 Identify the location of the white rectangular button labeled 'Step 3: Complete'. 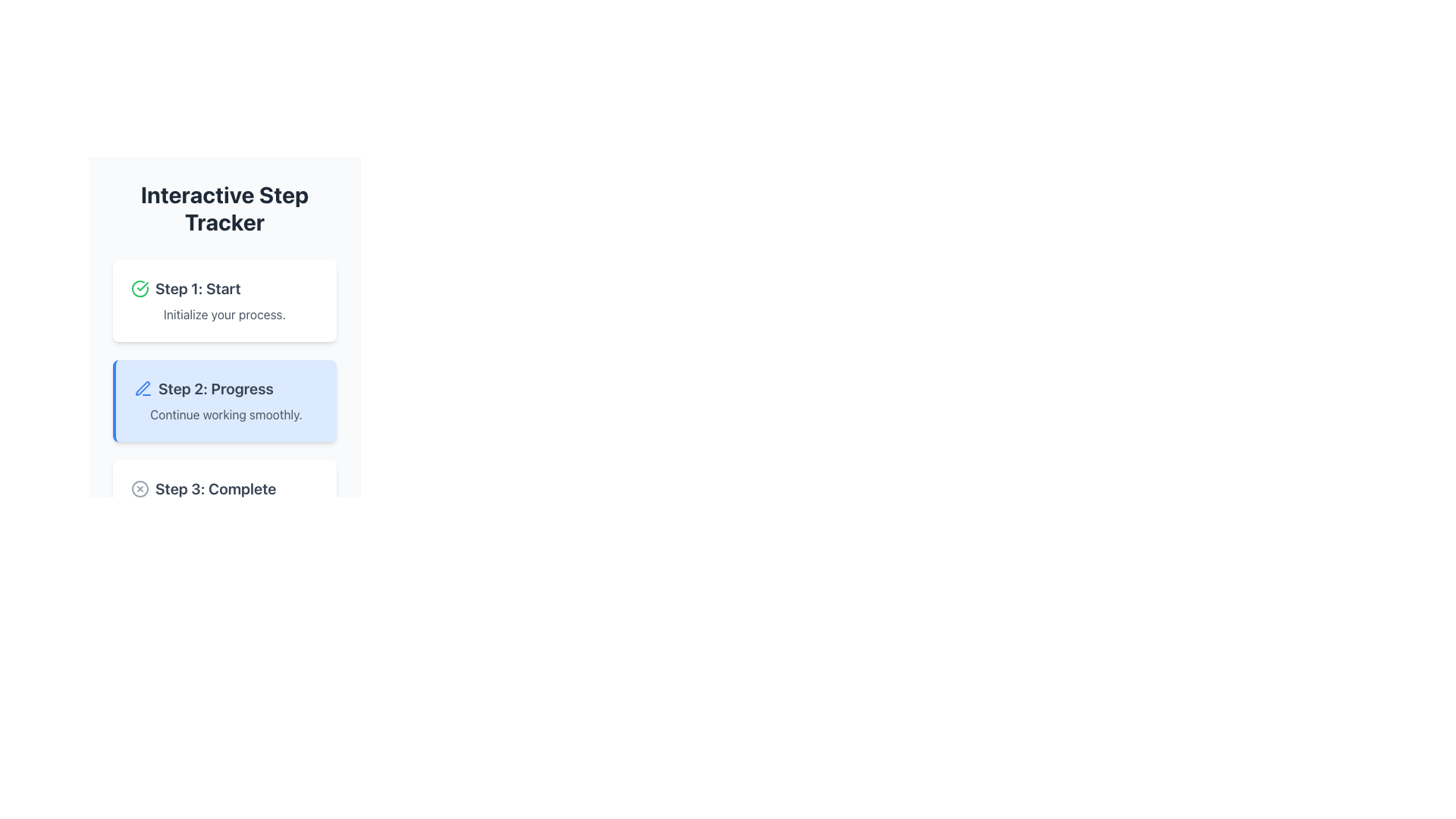
(224, 500).